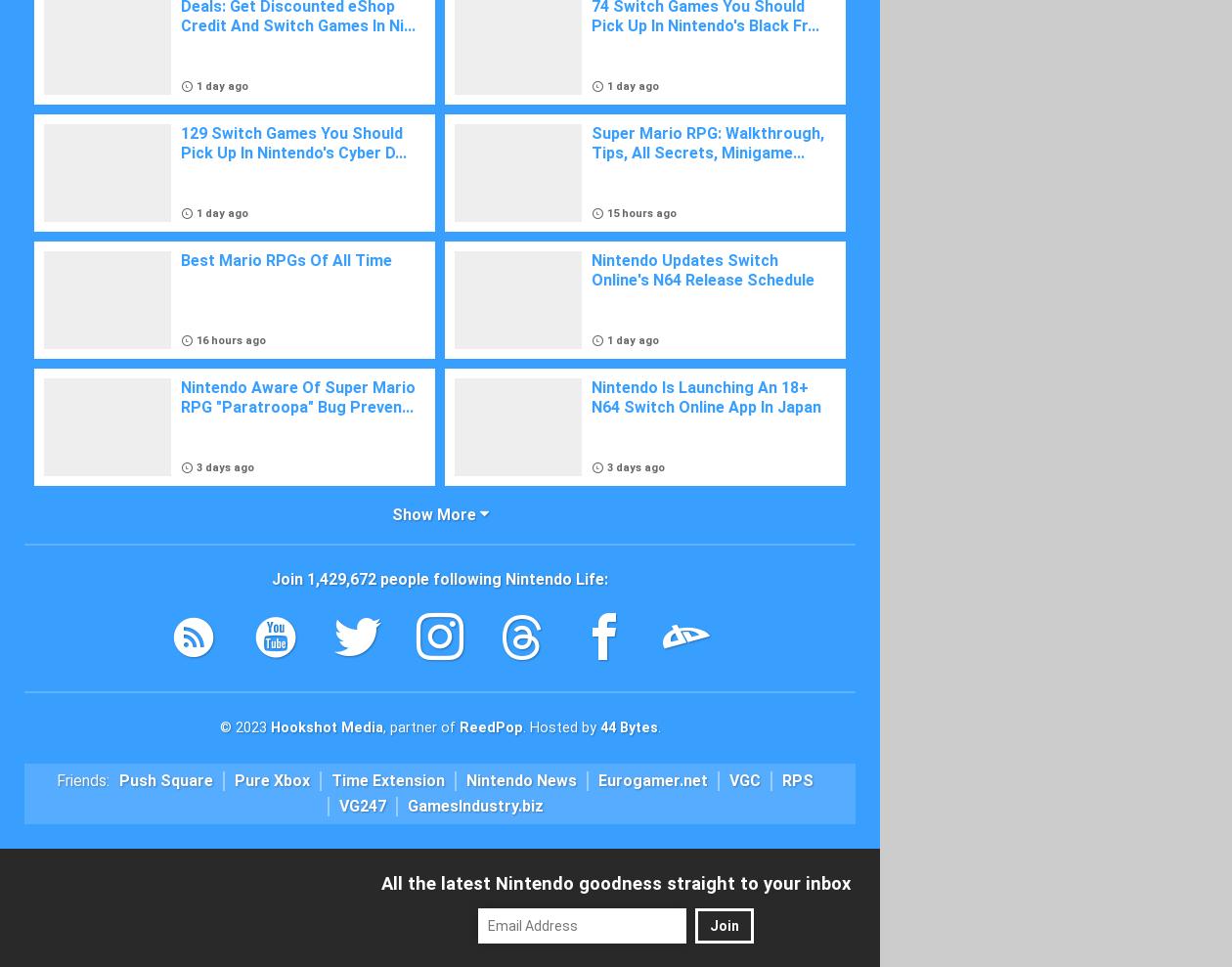  What do you see at coordinates (702, 270) in the screenshot?
I see `'Nintendo Updates Switch Online's N64 Release Schedule'` at bounding box center [702, 270].